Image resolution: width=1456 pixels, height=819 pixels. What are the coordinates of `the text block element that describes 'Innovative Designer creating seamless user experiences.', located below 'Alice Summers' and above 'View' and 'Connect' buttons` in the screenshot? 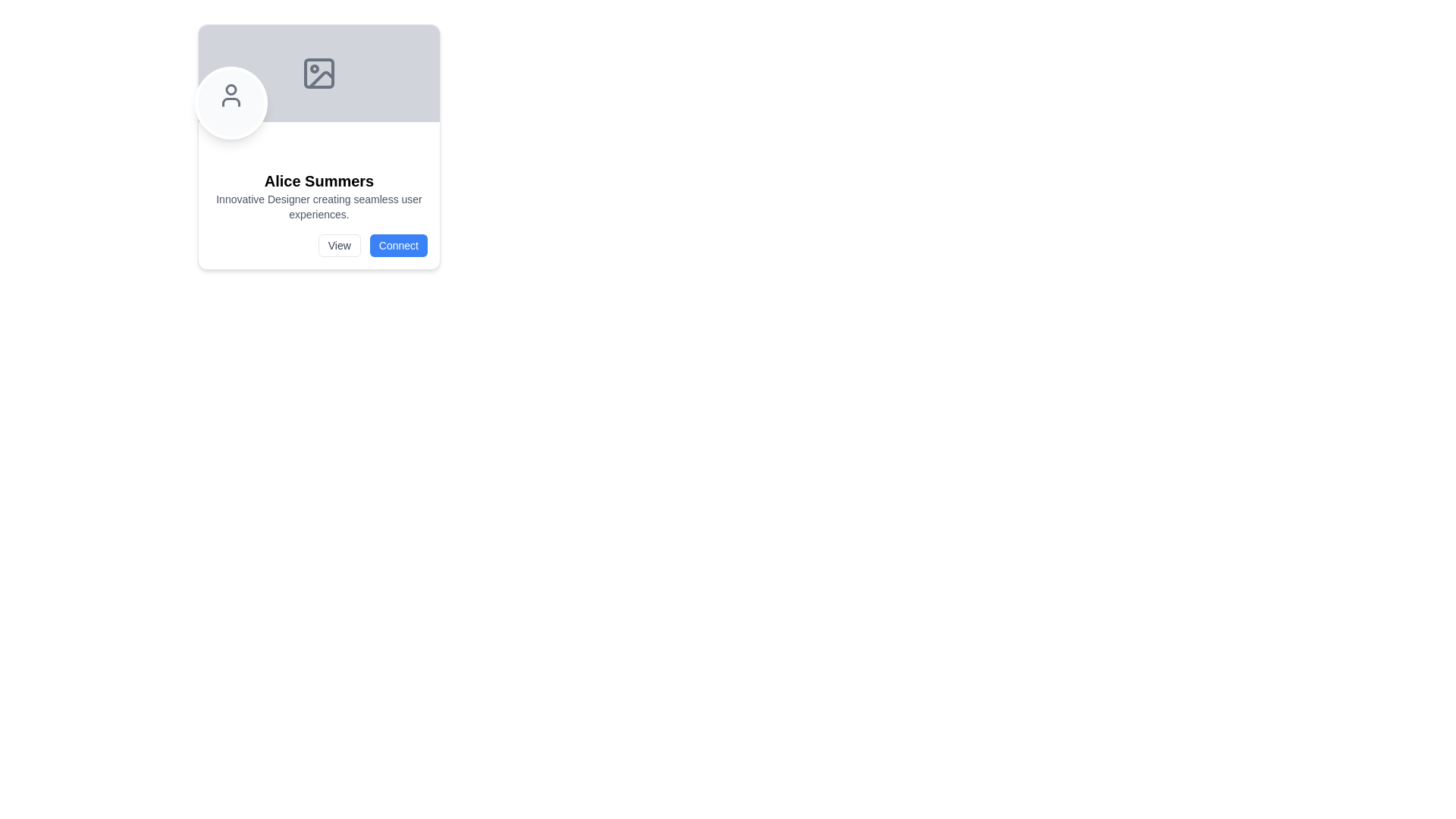 It's located at (318, 207).